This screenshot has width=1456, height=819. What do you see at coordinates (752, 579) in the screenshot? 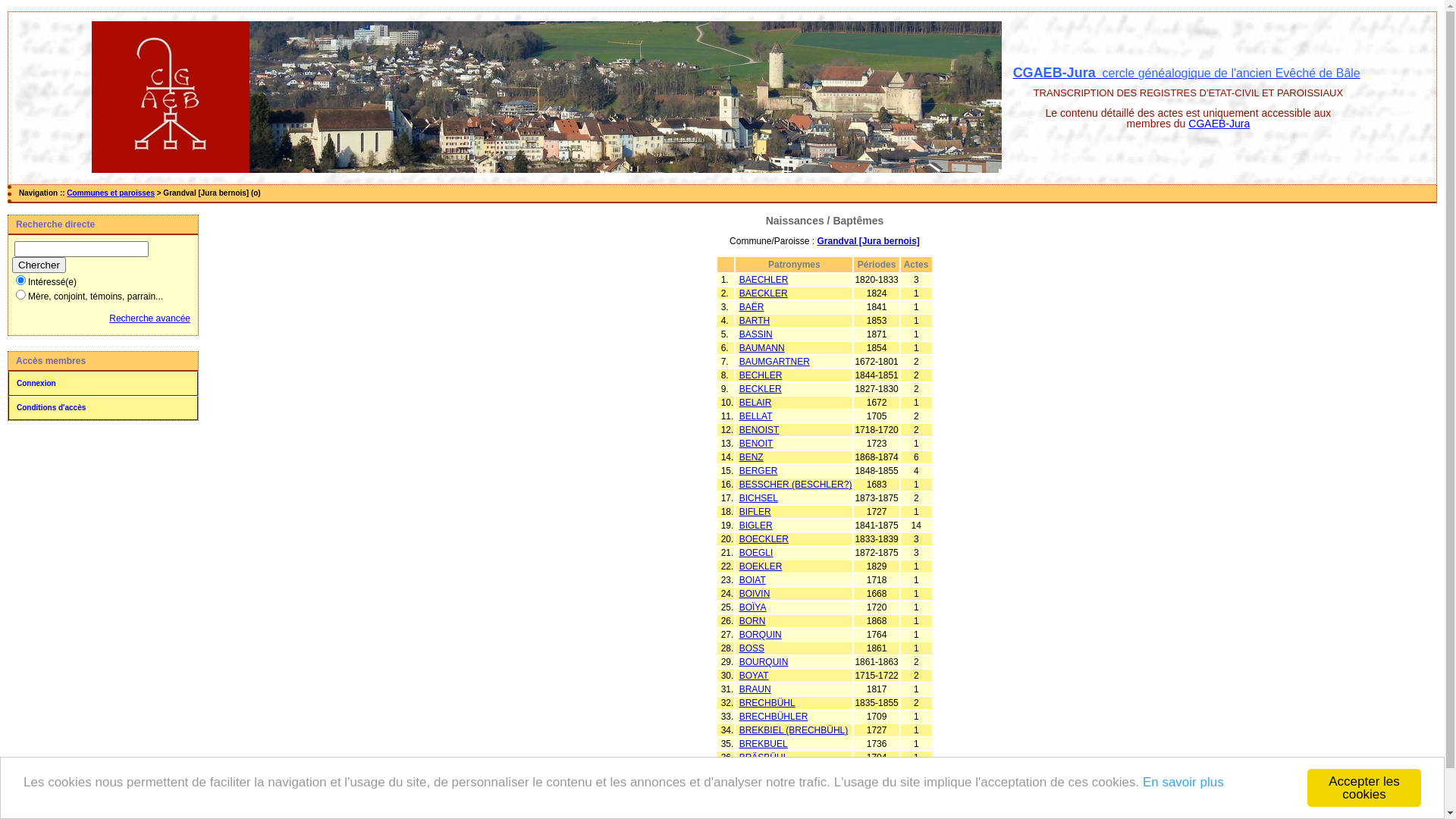
I see `'BOIAT'` at bounding box center [752, 579].